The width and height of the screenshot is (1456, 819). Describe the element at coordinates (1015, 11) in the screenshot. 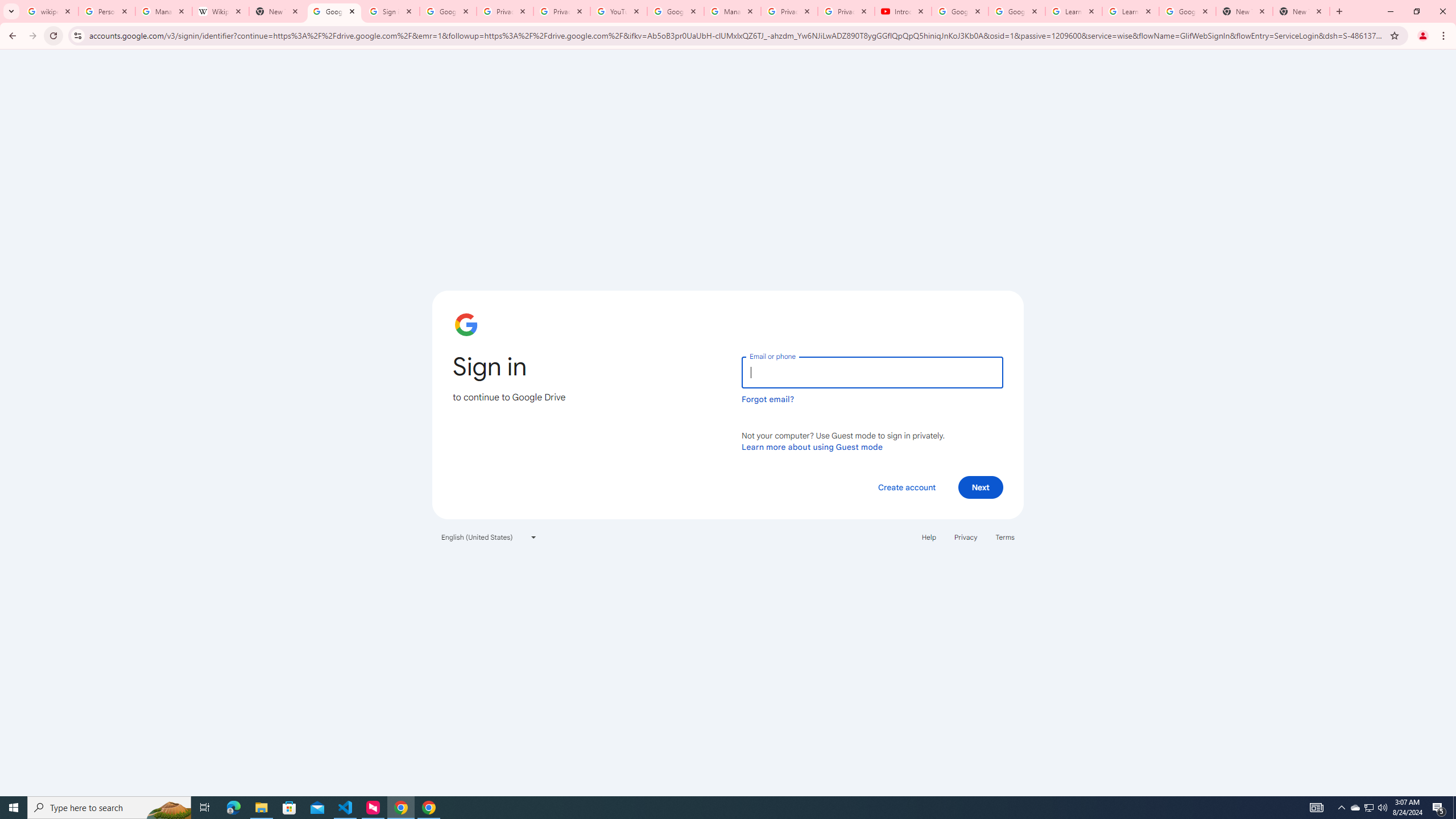

I see `'Google Account Help'` at that location.